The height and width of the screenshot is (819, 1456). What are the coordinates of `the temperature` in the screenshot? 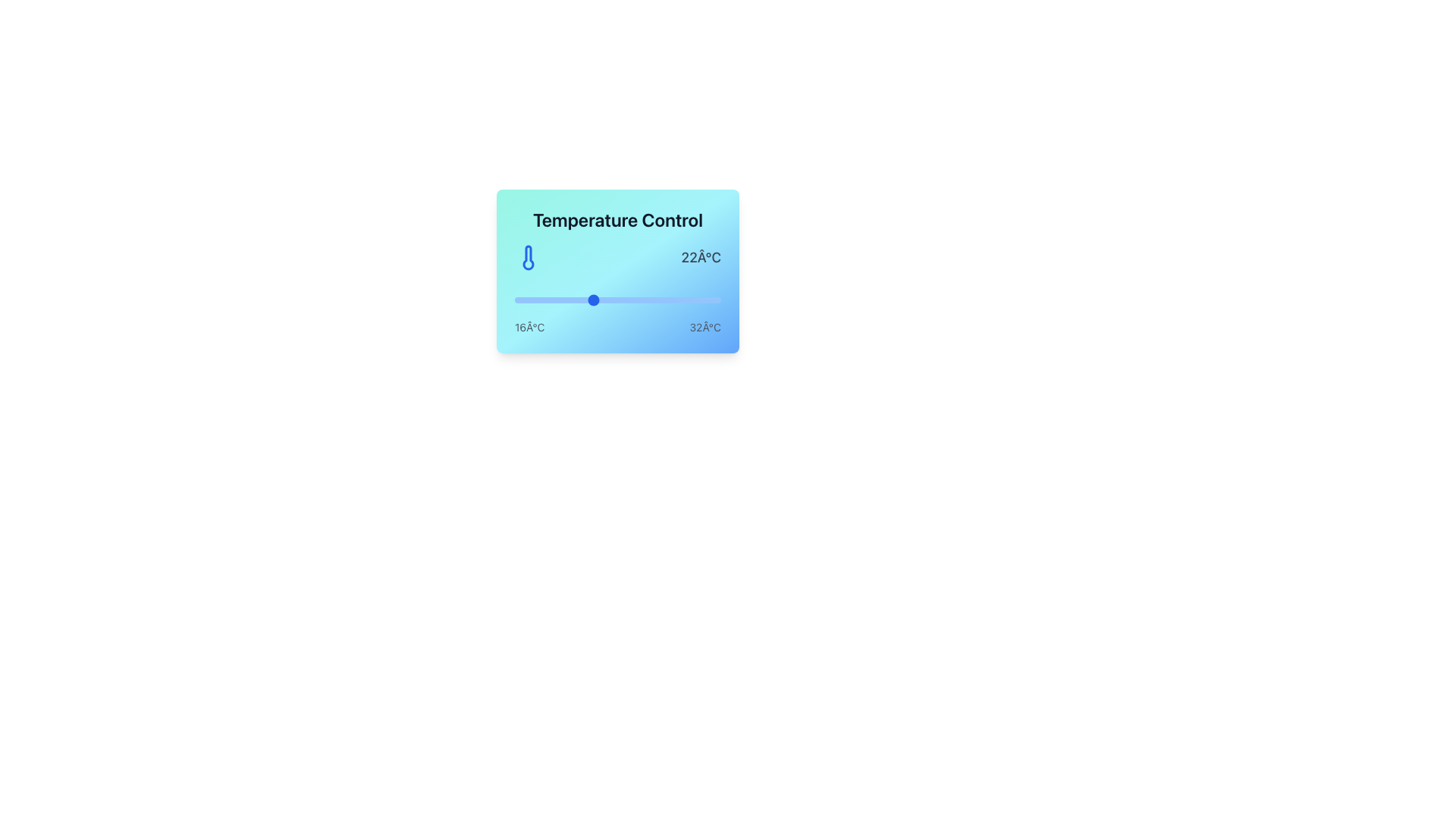 It's located at (669, 300).